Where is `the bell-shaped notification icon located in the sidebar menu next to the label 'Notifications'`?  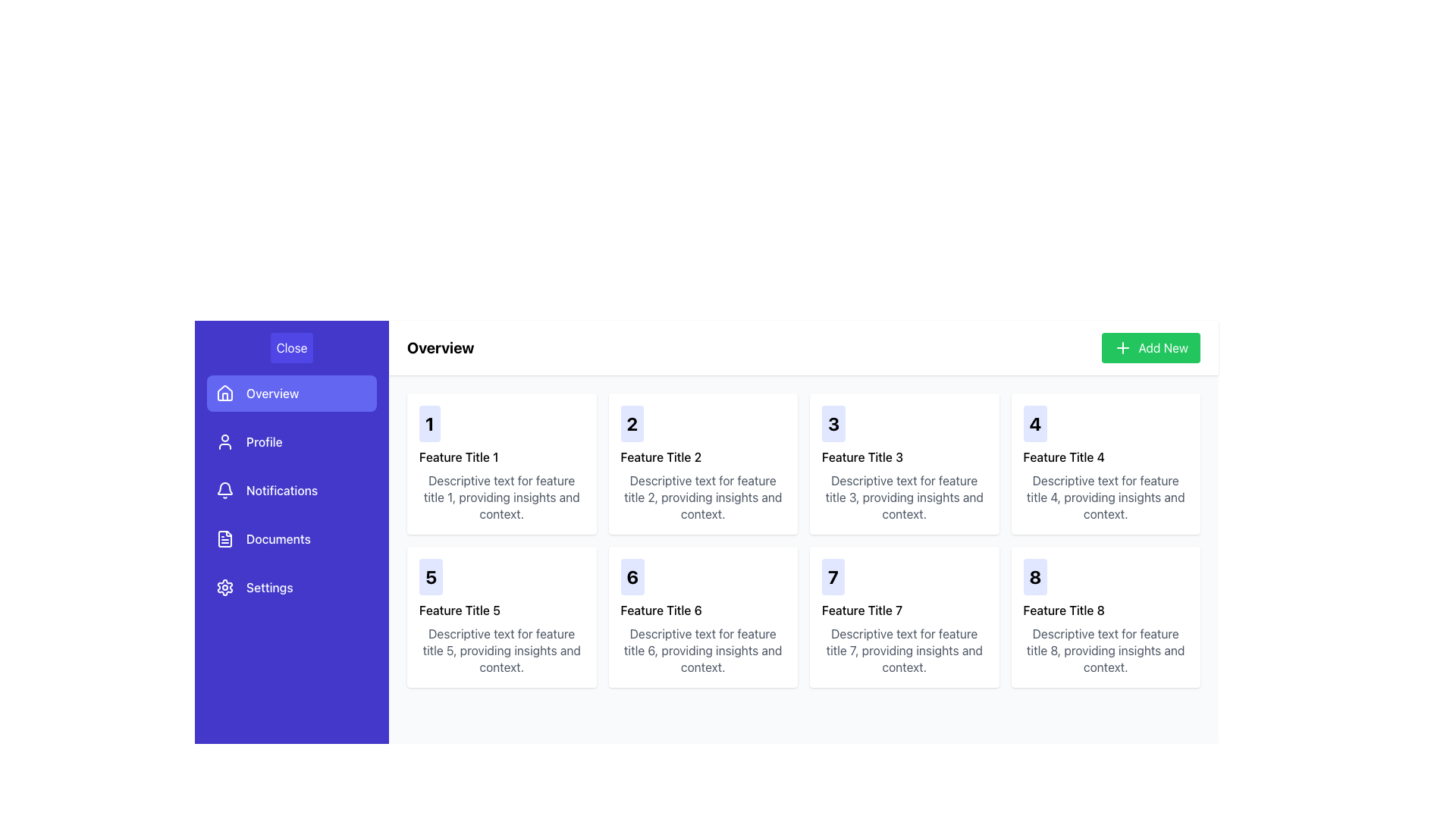 the bell-shaped notification icon located in the sidebar menu next to the label 'Notifications' is located at coordinates (224, 488).